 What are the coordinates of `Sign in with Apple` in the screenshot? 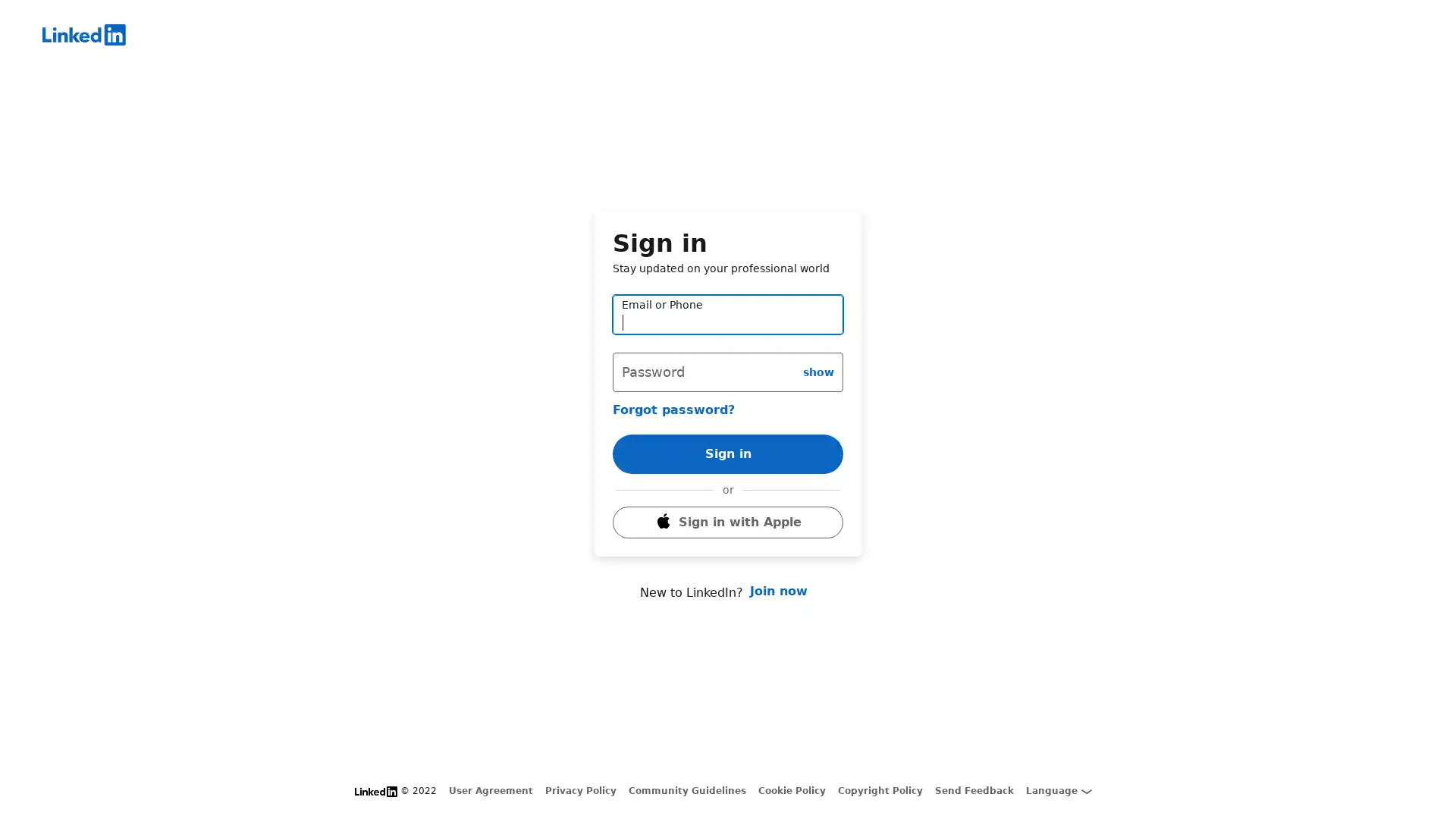 It's located at (728, 542).